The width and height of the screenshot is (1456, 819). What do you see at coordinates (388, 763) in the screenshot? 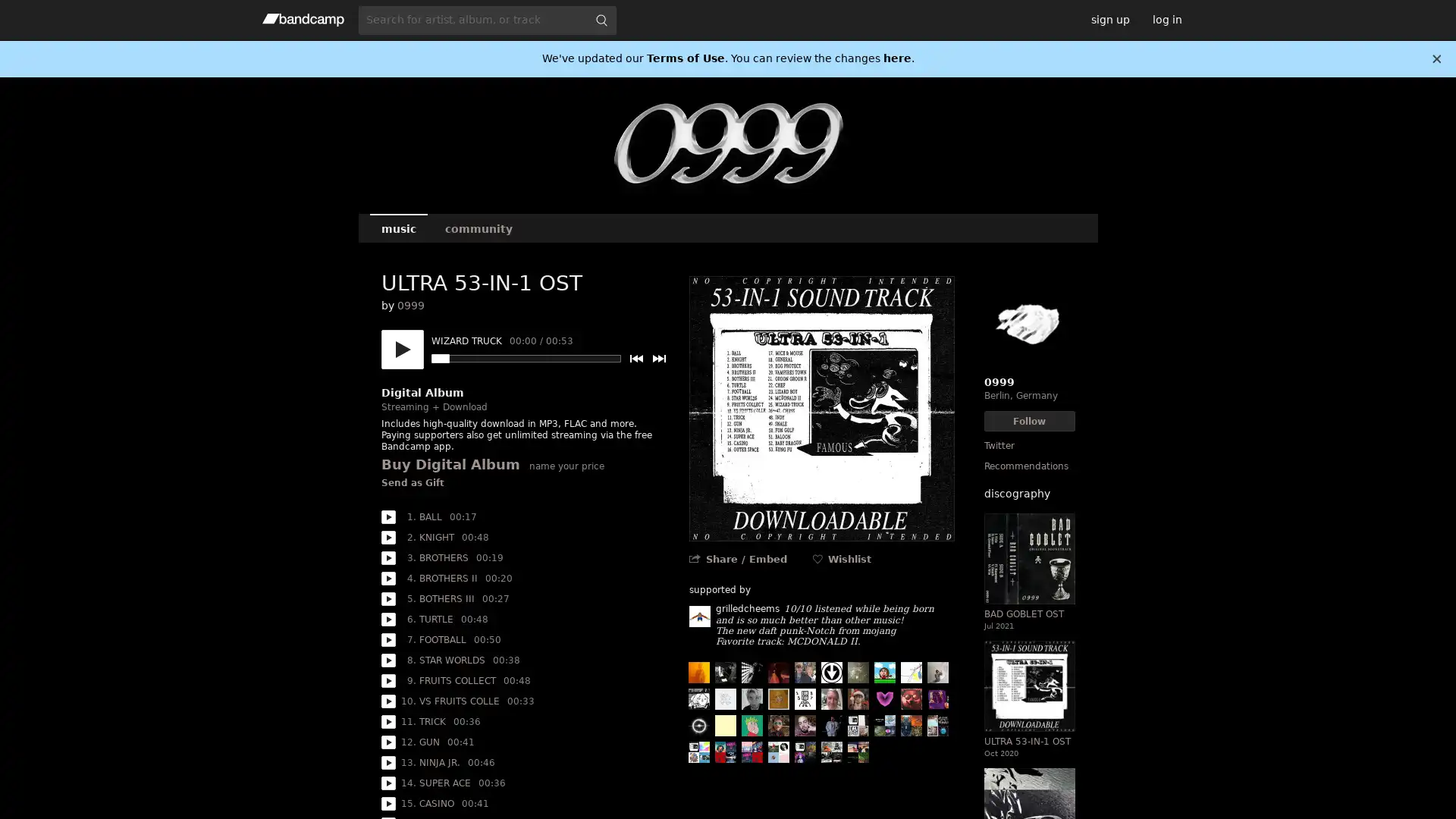
I see `Play NINJA JR.` at bounding box center [388, 763].